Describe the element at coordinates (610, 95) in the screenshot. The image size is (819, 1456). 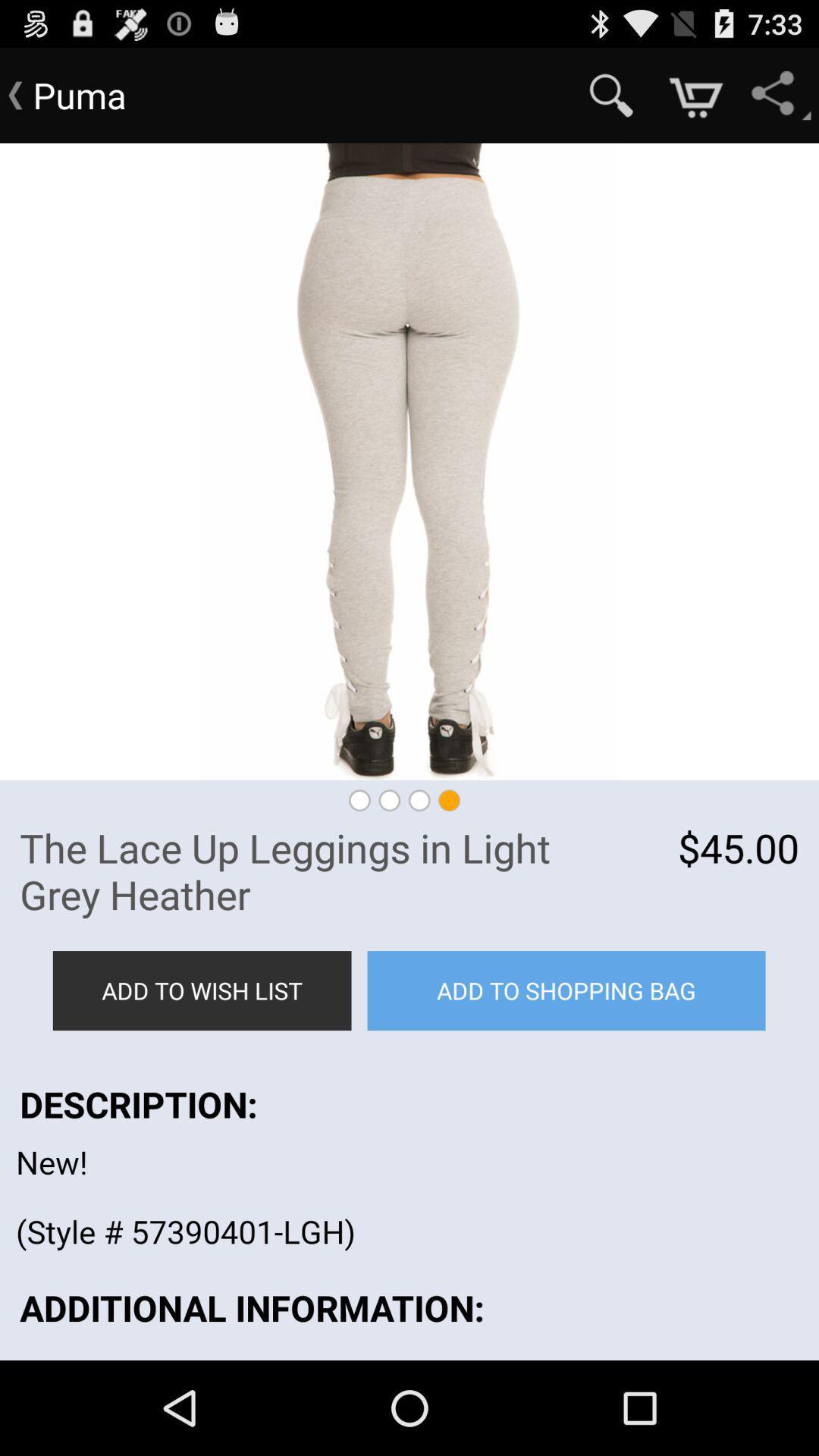
I see `the first icon which is right to the text puma` at that location.